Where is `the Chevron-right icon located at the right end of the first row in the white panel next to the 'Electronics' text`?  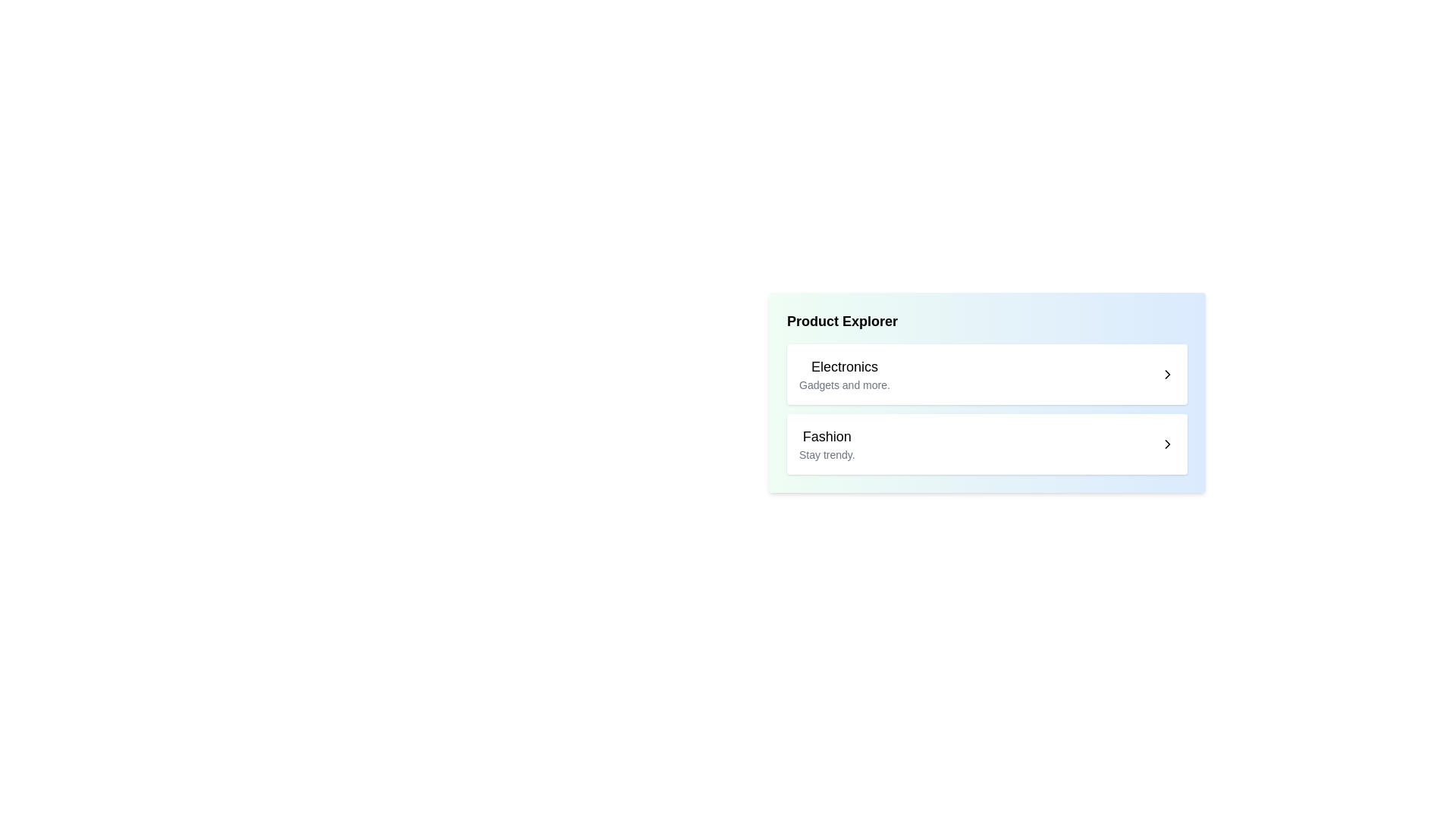 the Chevron-right icon located at the right end of the first row in the white panel next to the 'Electronics' text is located at coordinates (1167, 374).